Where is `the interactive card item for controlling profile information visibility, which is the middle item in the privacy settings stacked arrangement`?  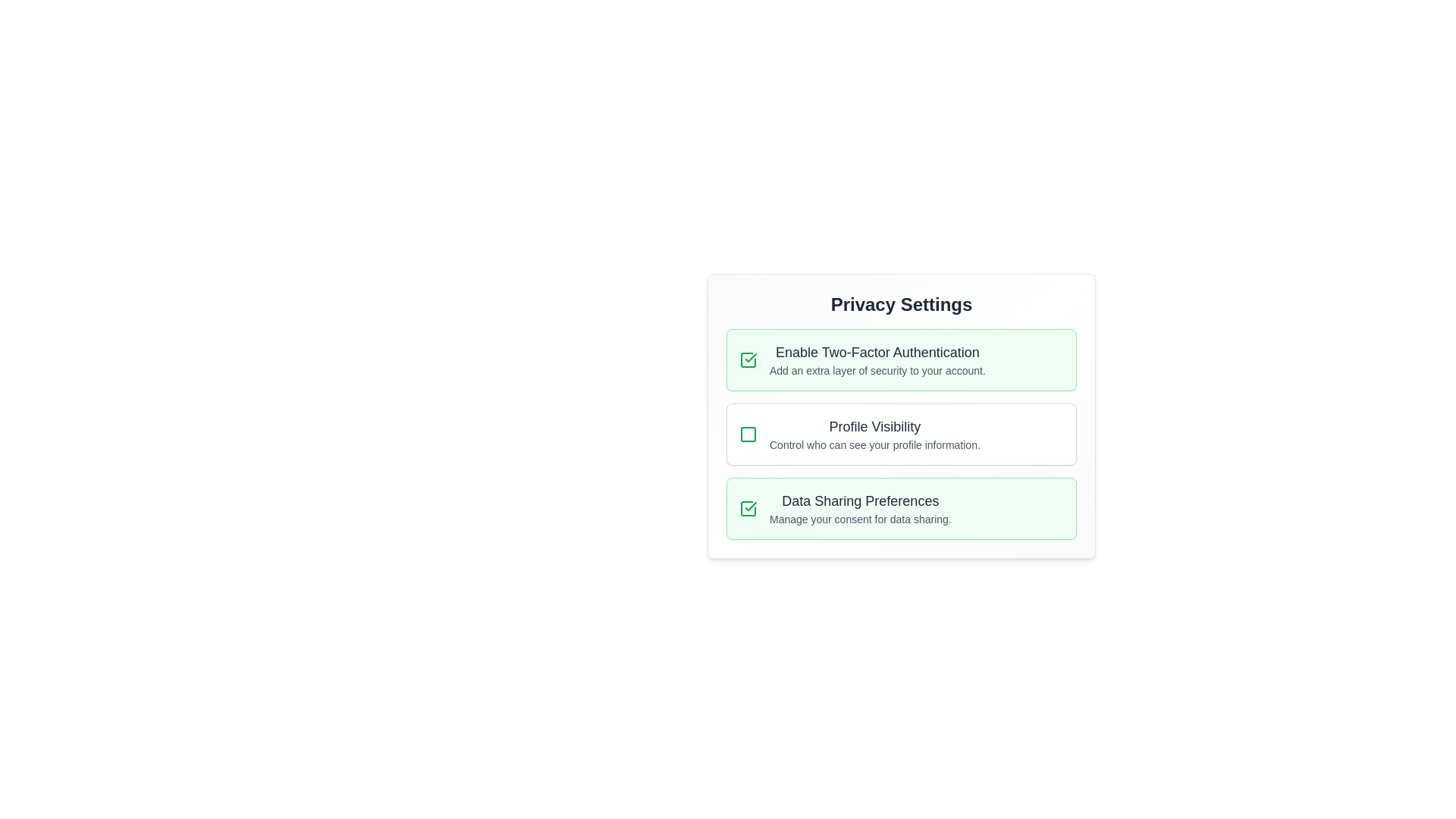 the interactive card item for controlling profile information visibility, which is the middle item in the privacy settings stacked arrangement is located at coordinates (902, 435).